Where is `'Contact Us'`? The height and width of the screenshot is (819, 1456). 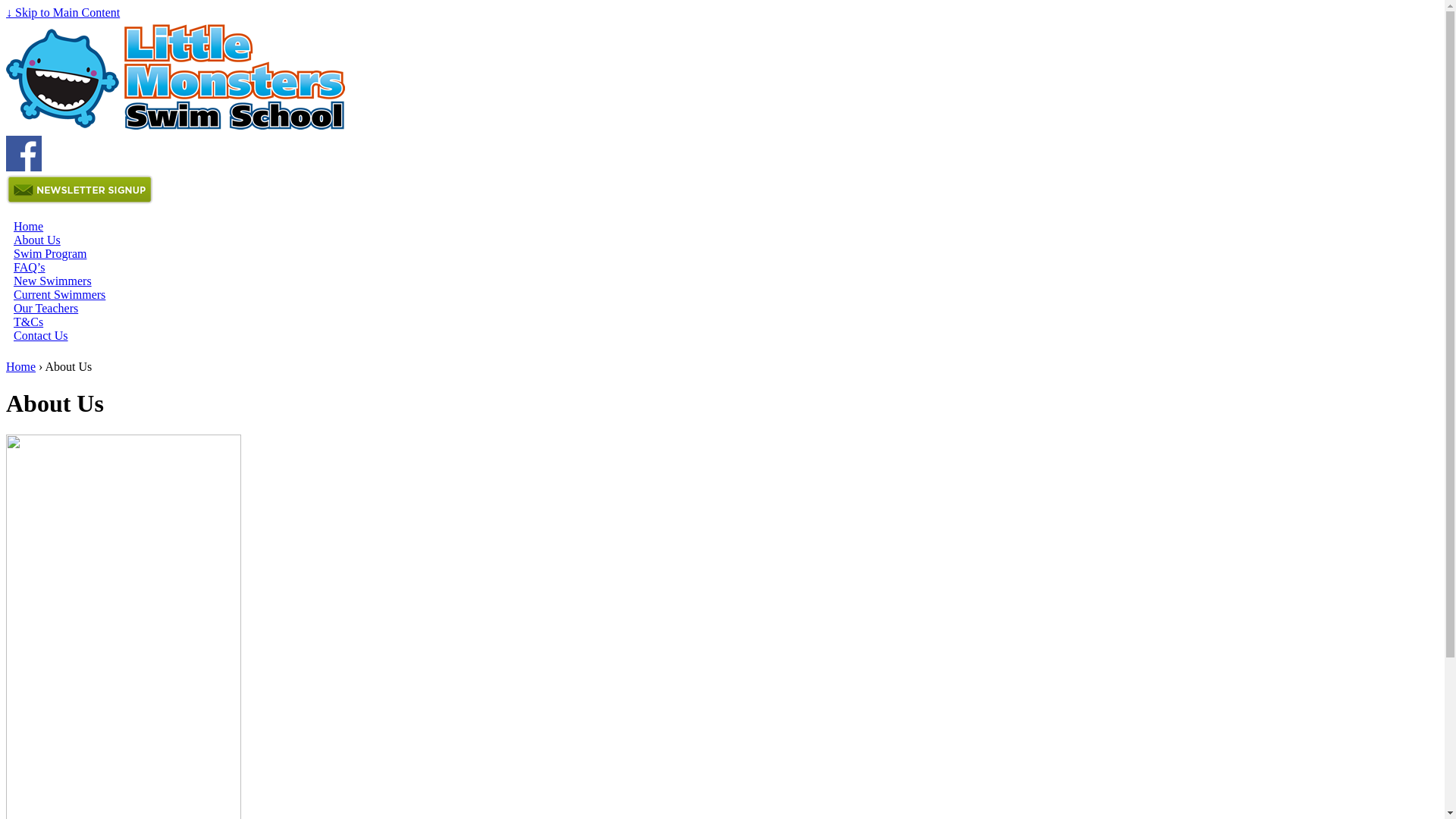 'Contact Us' is located at coordinates (40, 334).